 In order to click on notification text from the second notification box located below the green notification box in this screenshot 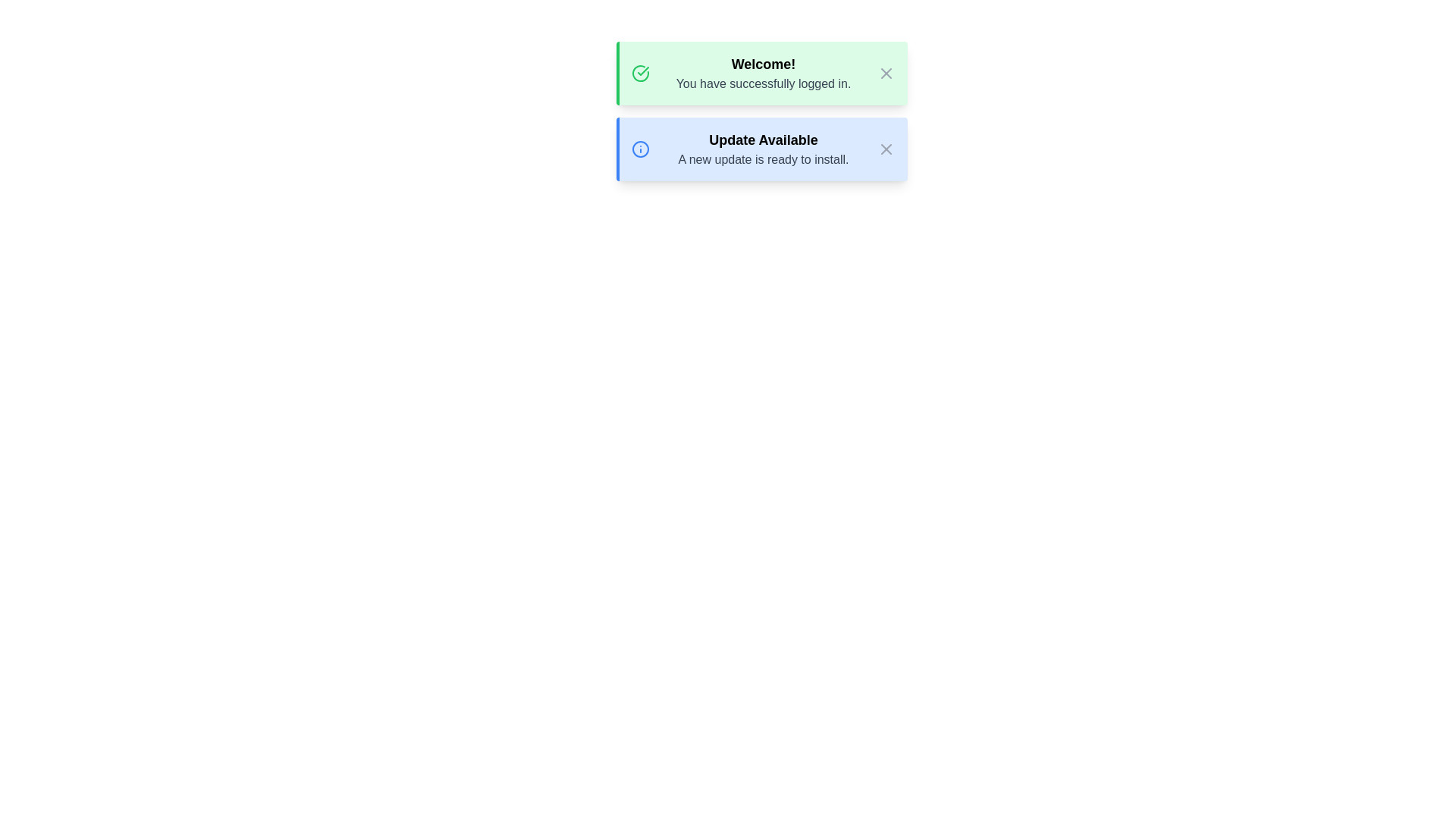, I will do `click(761, 149)`.